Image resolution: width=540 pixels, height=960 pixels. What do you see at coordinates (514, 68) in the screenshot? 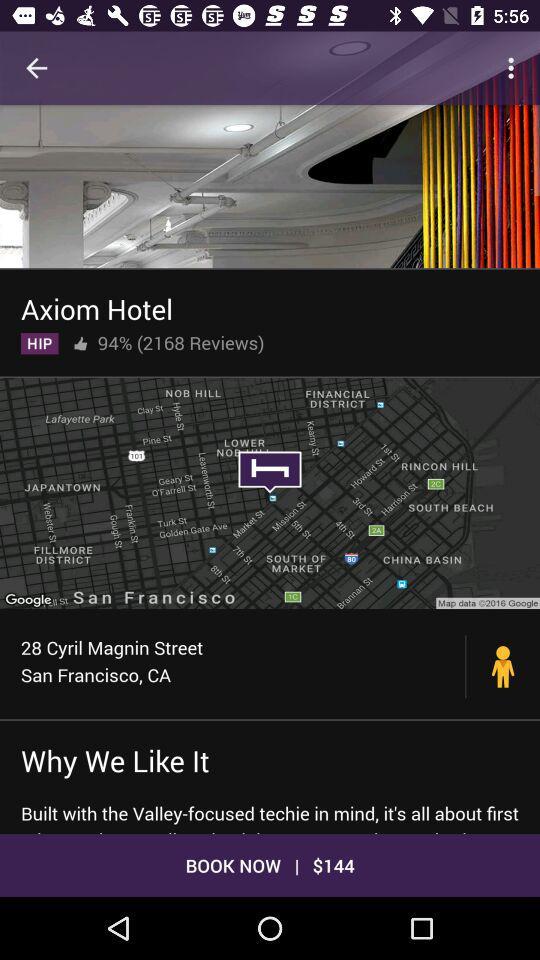
I see `three vertical dots which is at top right corner` at bounding box center [514, 68].